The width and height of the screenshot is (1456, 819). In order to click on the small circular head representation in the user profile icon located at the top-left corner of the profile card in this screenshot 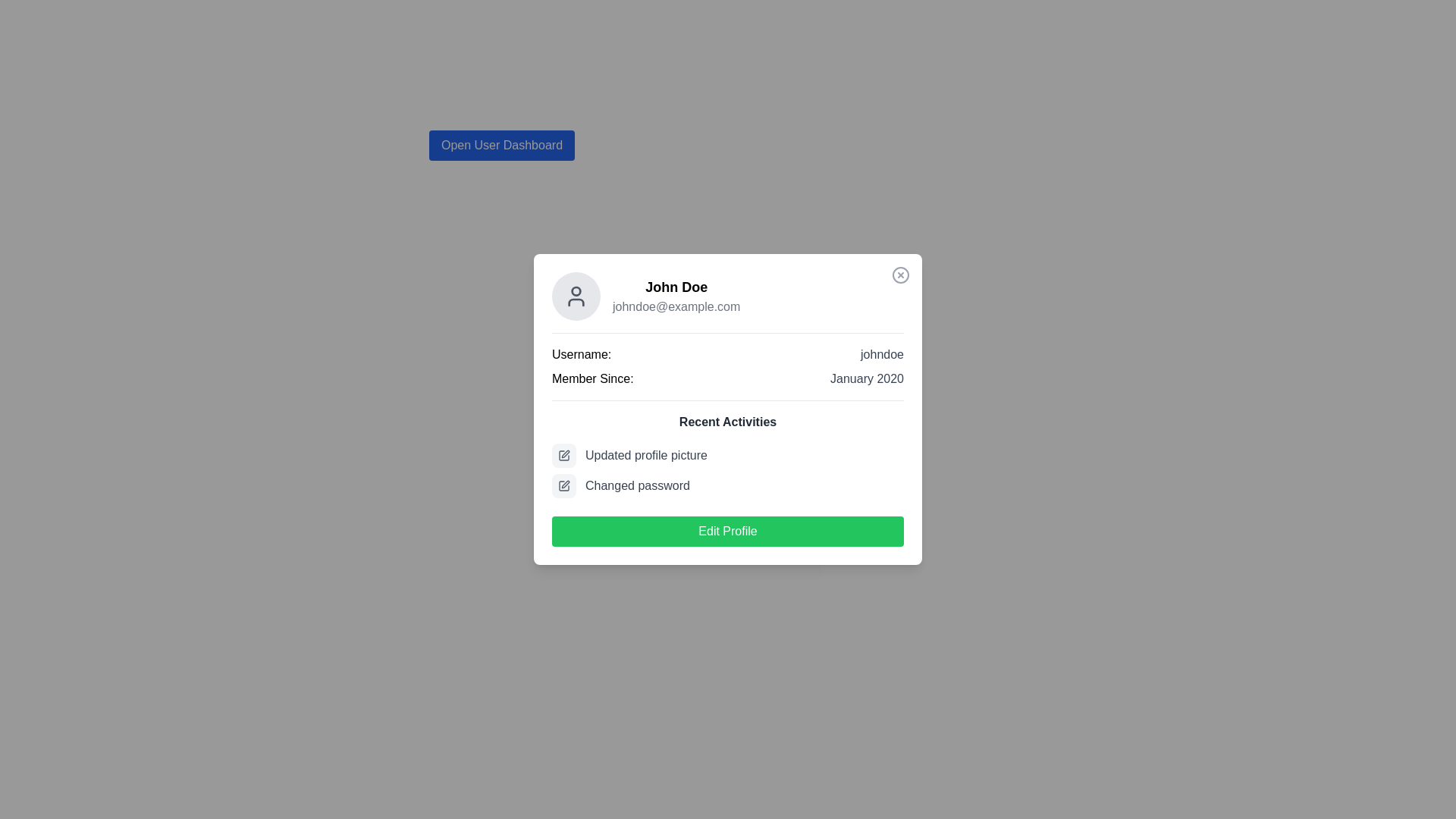, I will do `click(575, 291)`.